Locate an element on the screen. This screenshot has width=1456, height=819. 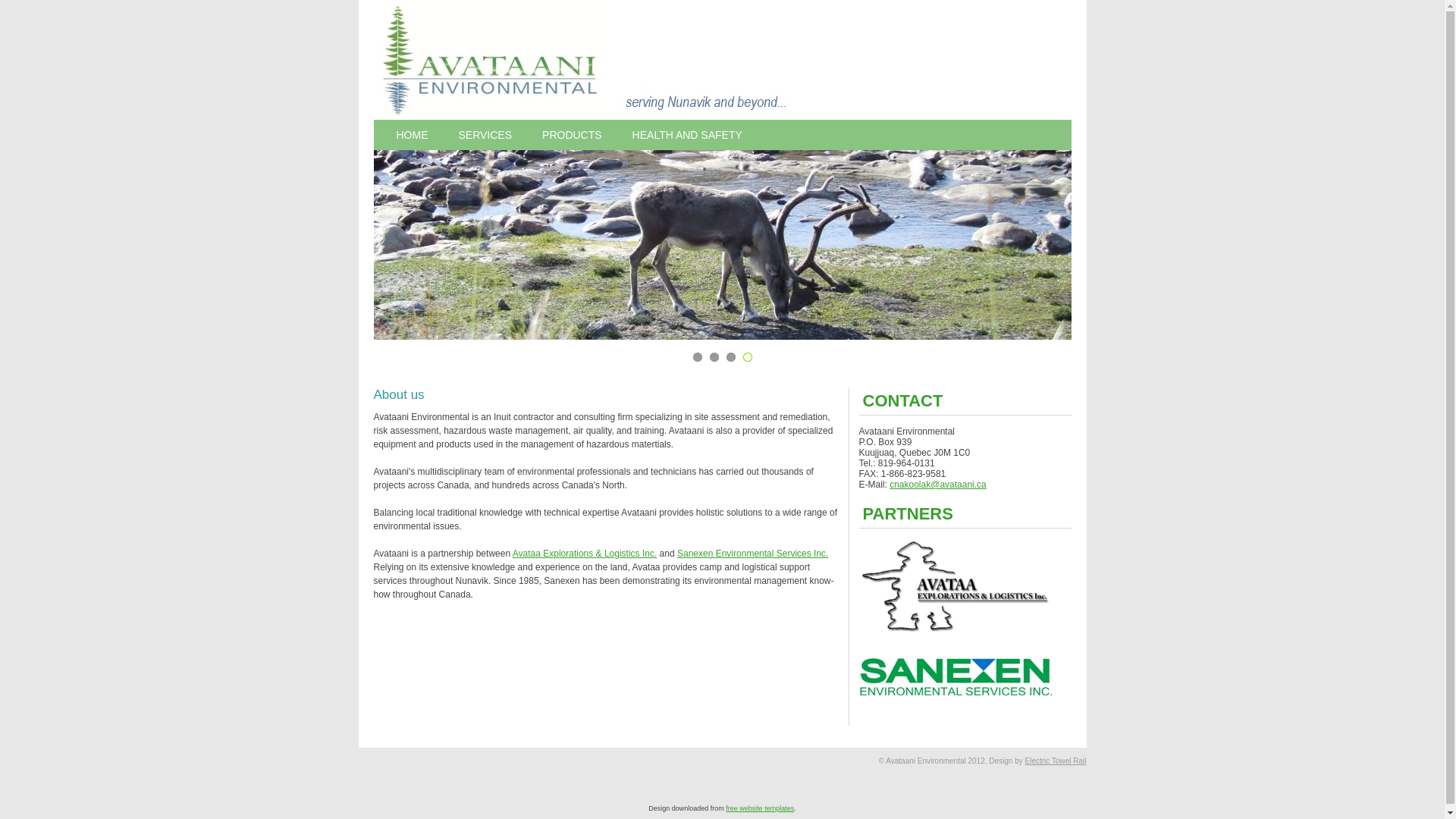
'PRODUCTS' is located at coordinates (527, 133).